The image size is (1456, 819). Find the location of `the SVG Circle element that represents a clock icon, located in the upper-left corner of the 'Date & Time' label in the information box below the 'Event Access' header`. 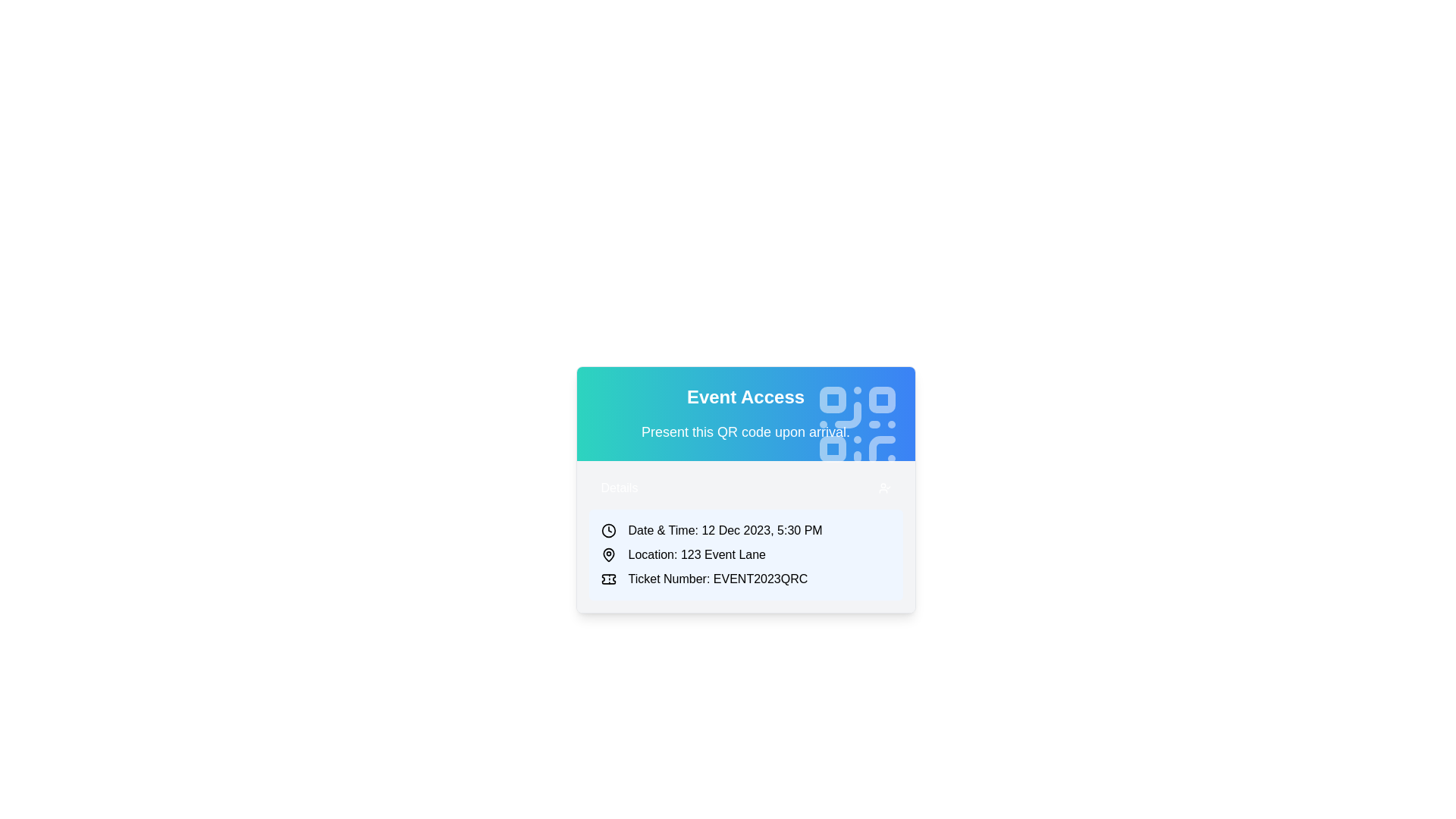

the SVG Circle element that represents a clock icon, located in the upper-left corner of the 'Date & Time' label in the information box below the 'Event Access' header is located at coordinates (608, 529).